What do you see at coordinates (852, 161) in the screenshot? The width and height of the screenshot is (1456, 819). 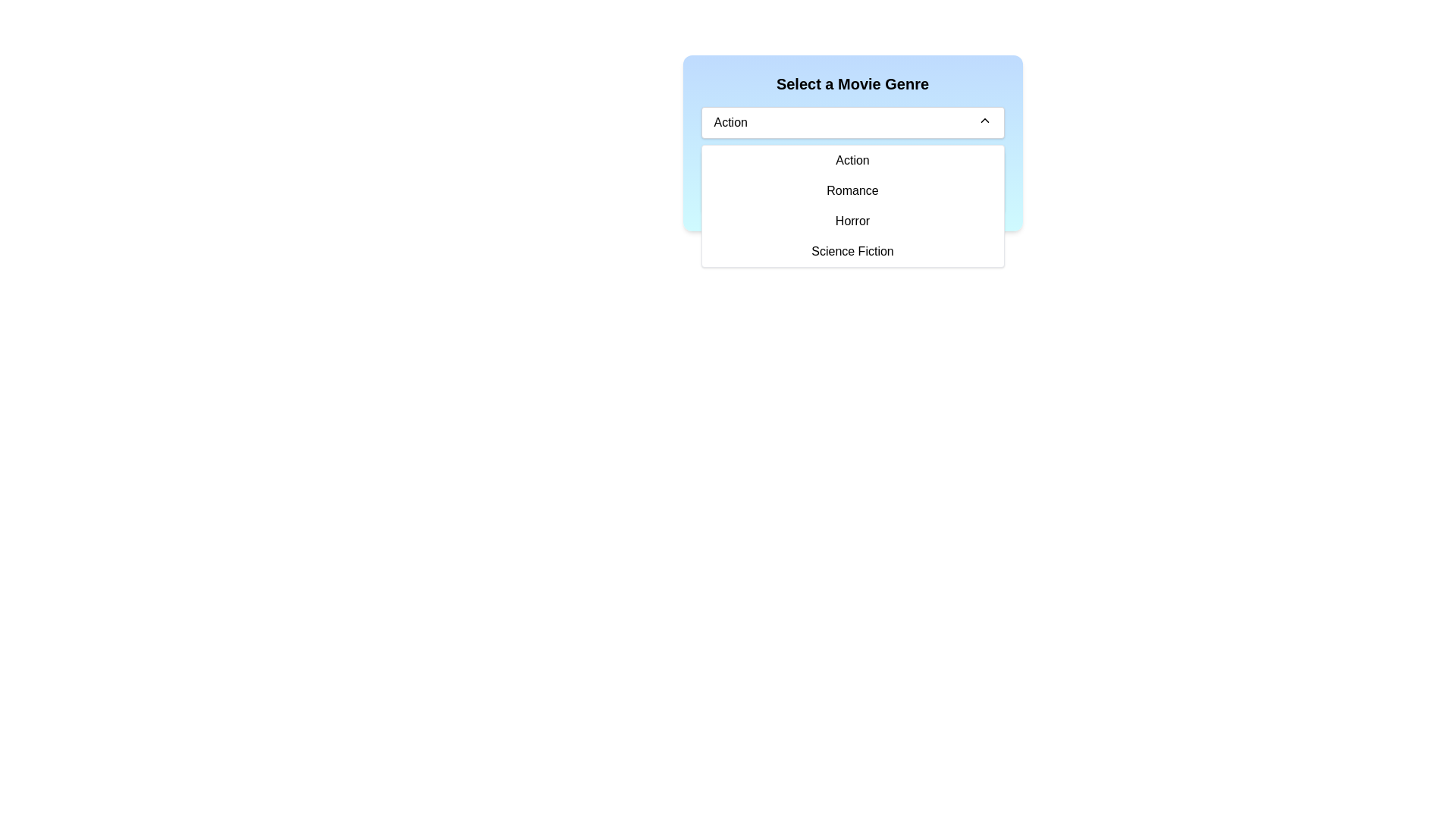 I see `the 'Action' item in the dropdown menu directly below the 'Select a Movie Genre' button` at bounding box center [852, 161].